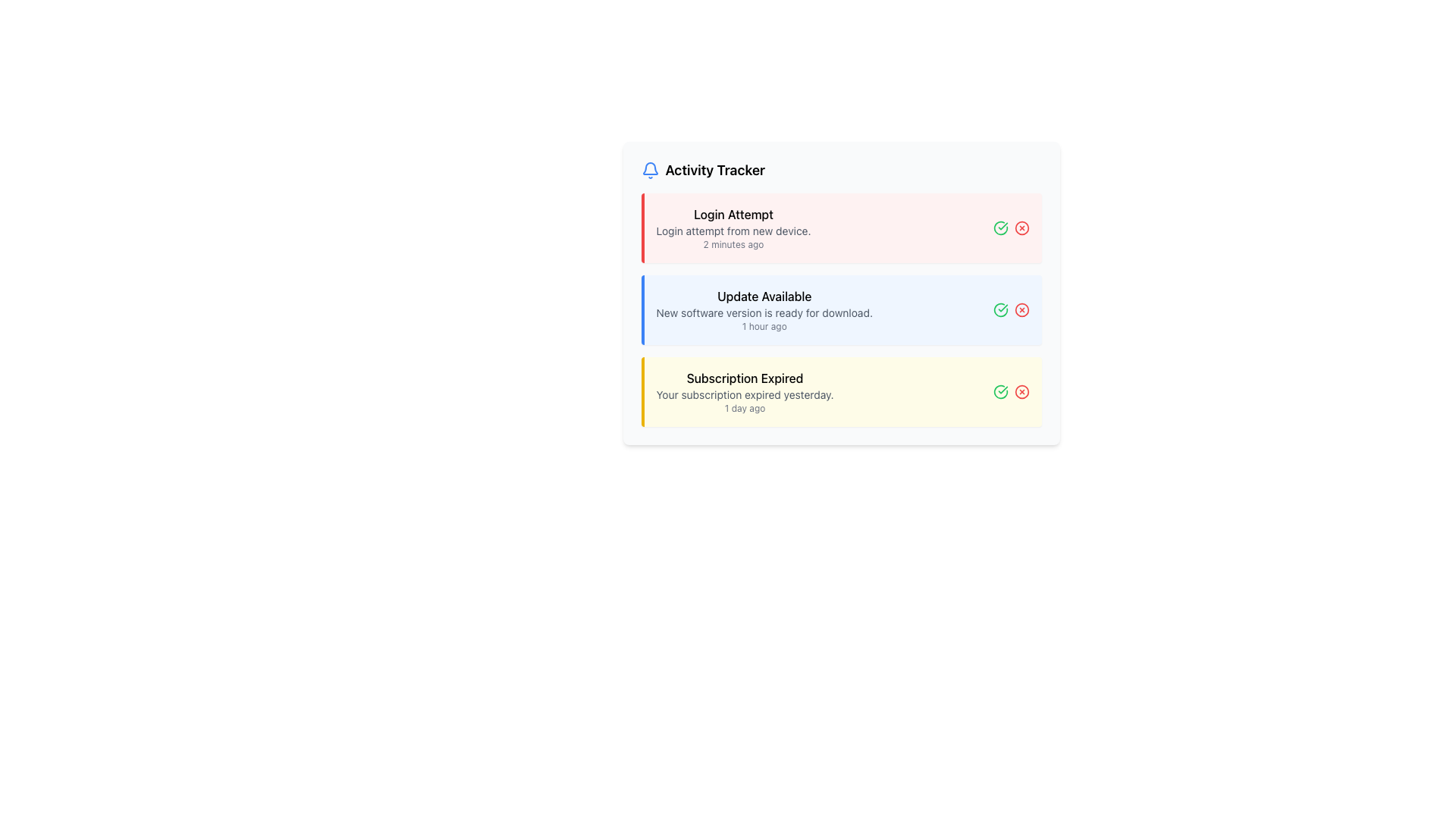 This screenshot has width=1456, height=819. Describe the element at coordinates (764, 296) in the screenshot. I see `the title text label indicating a new software update within the 'Activity Tracker' card` at that location.